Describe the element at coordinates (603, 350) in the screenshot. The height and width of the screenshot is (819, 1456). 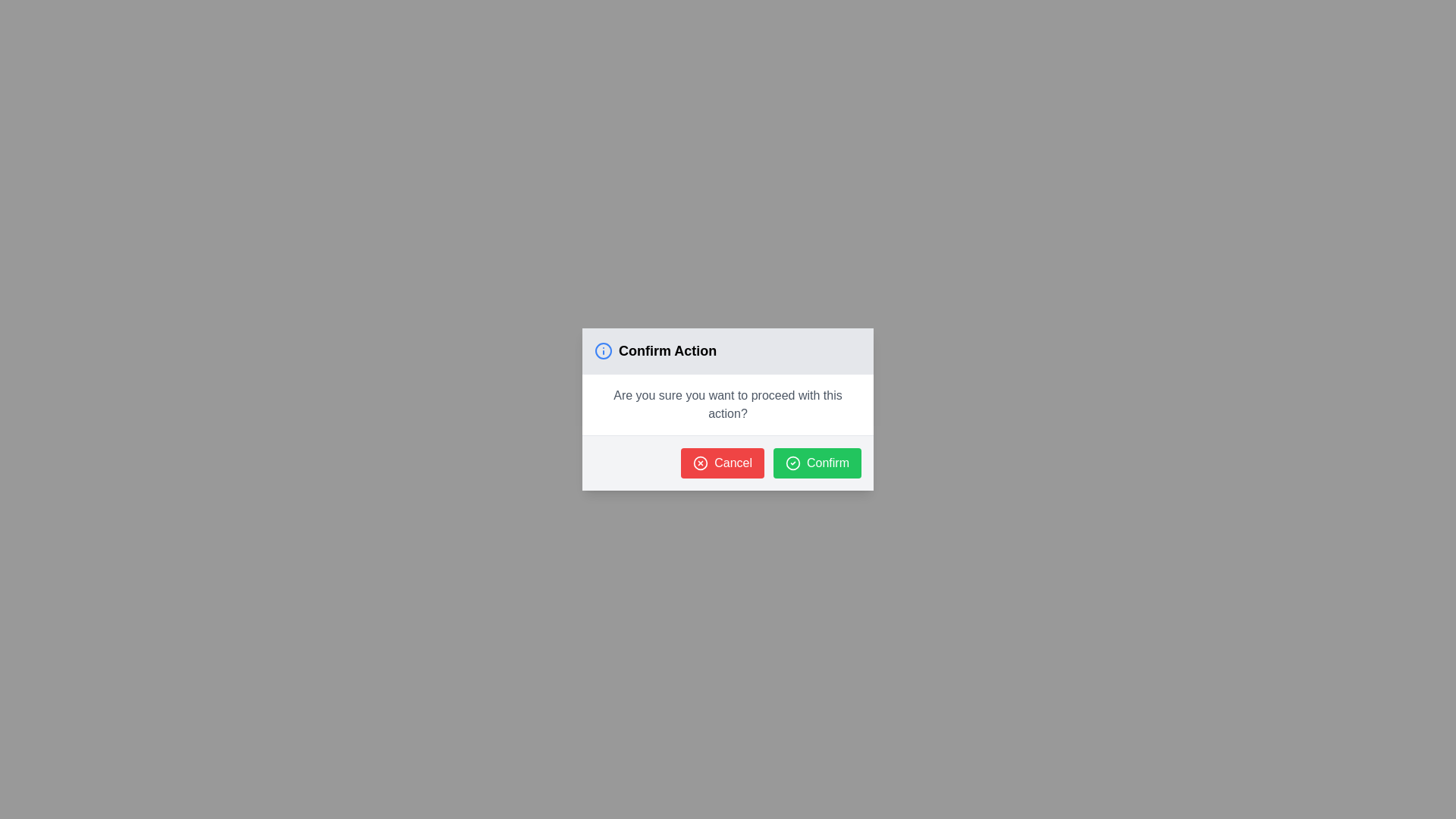
I see `the decorative circular shape within the informational icon, which is styled in blue and located in the top-left portion of the 'Confirm Action' dialog box` at that location.